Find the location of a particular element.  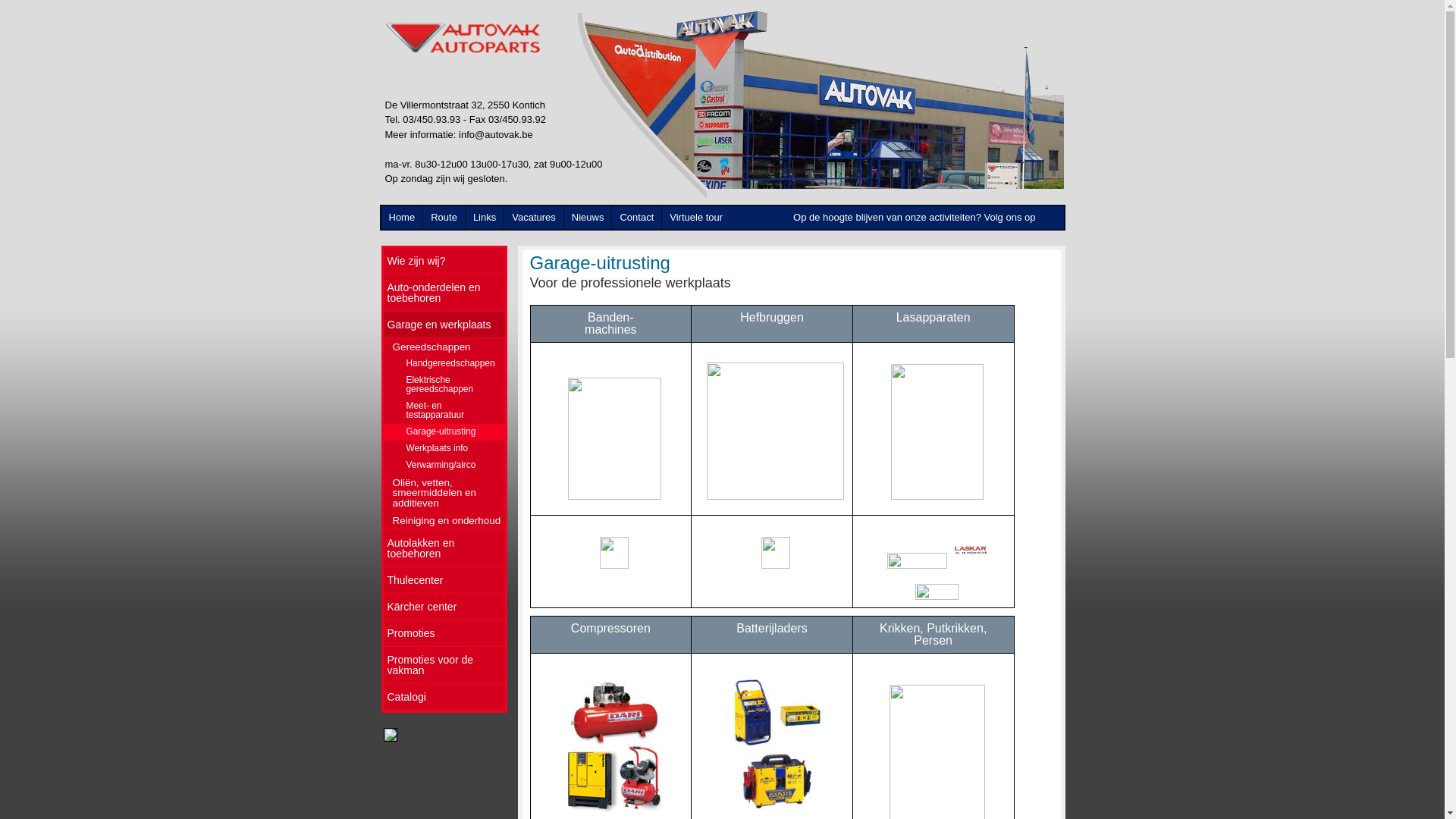

'Autolakken en toebehoren' is located at coordinates (443, 548).